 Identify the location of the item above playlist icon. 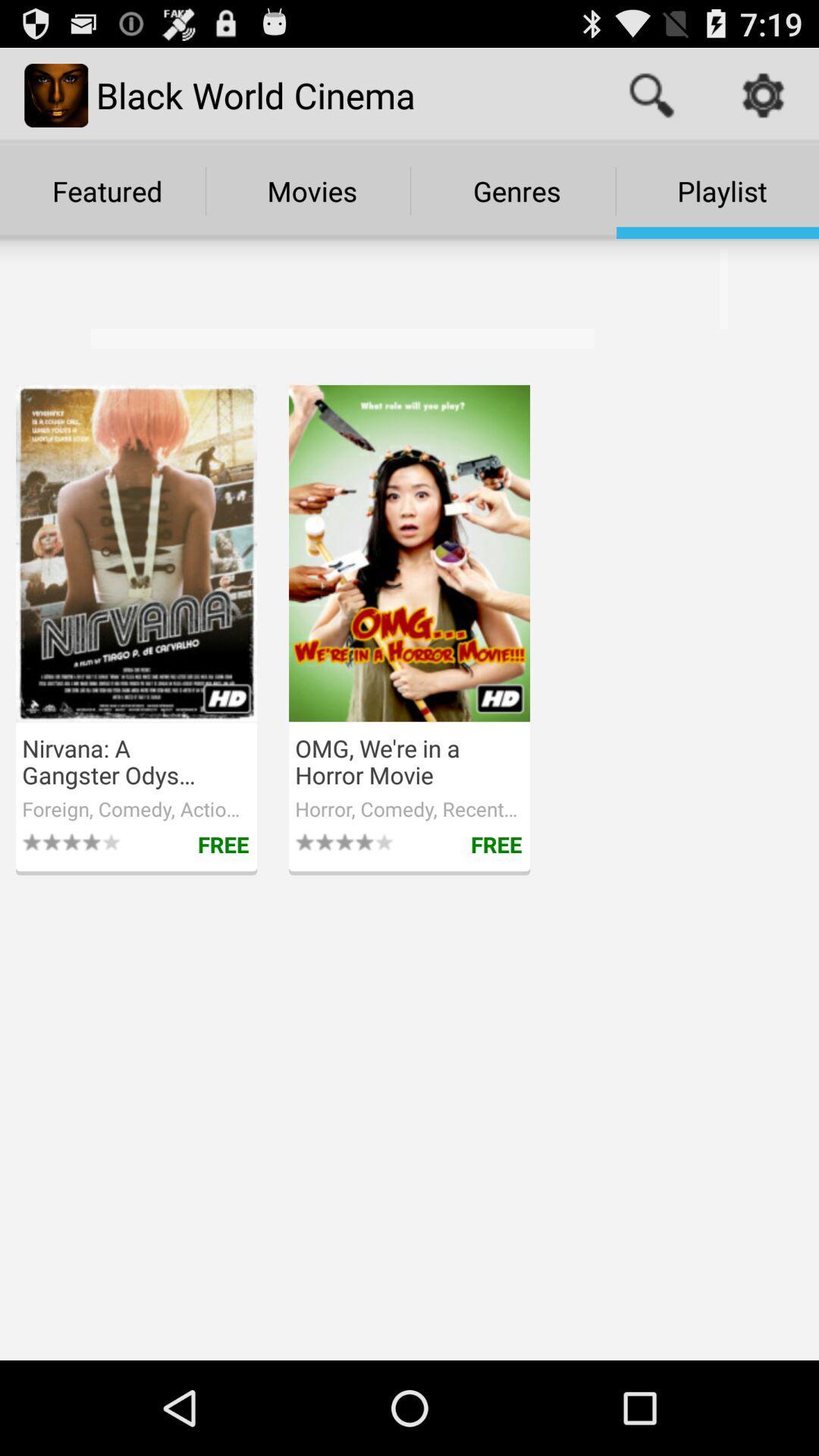
(763, 94).